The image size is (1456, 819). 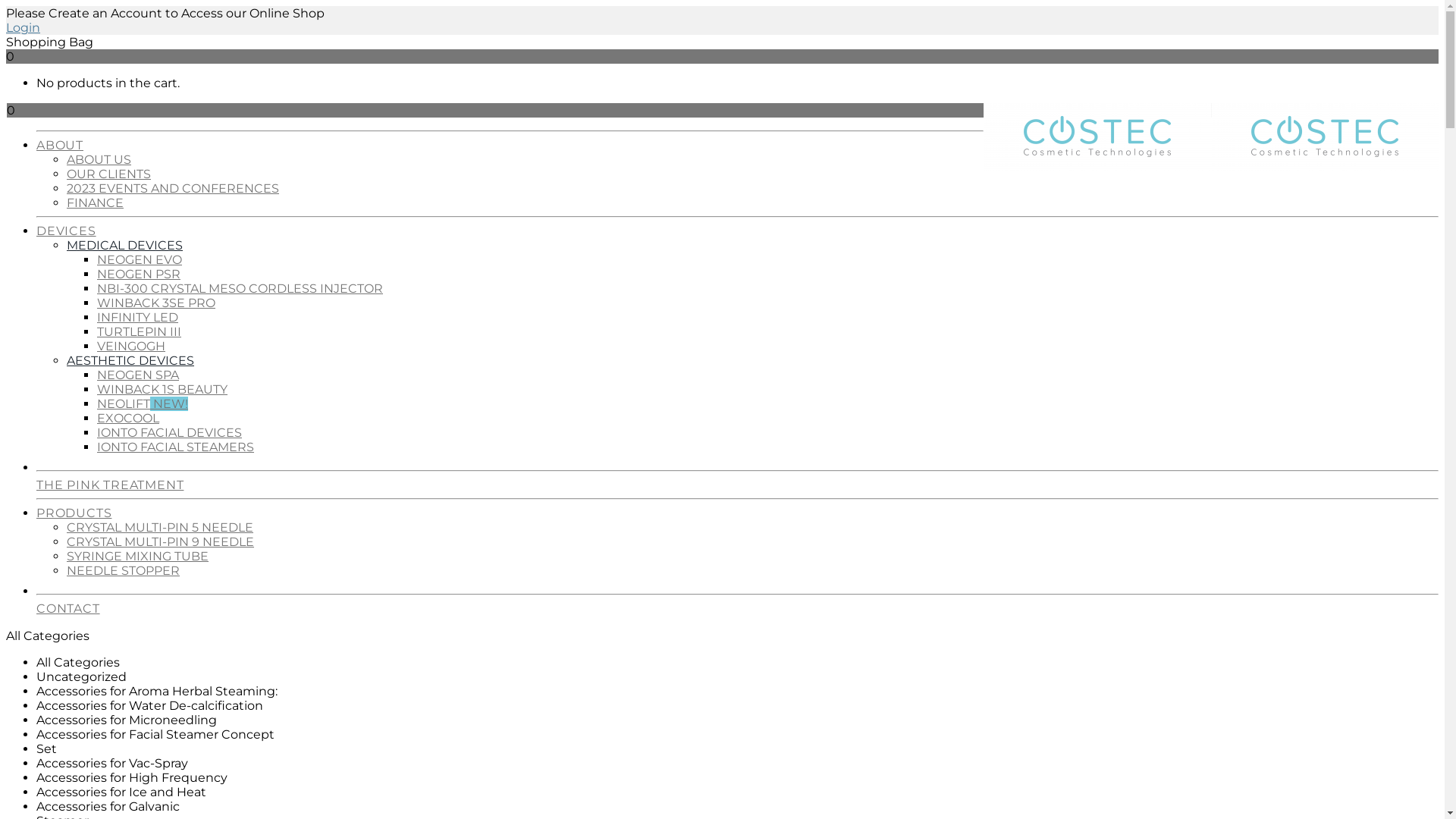 What do you see at coordinates (160, 526) in the screenshot?
I see `'CRYSTAL MULTI-PIN 5 NEEDLE'` at bounding box center [160, 526].